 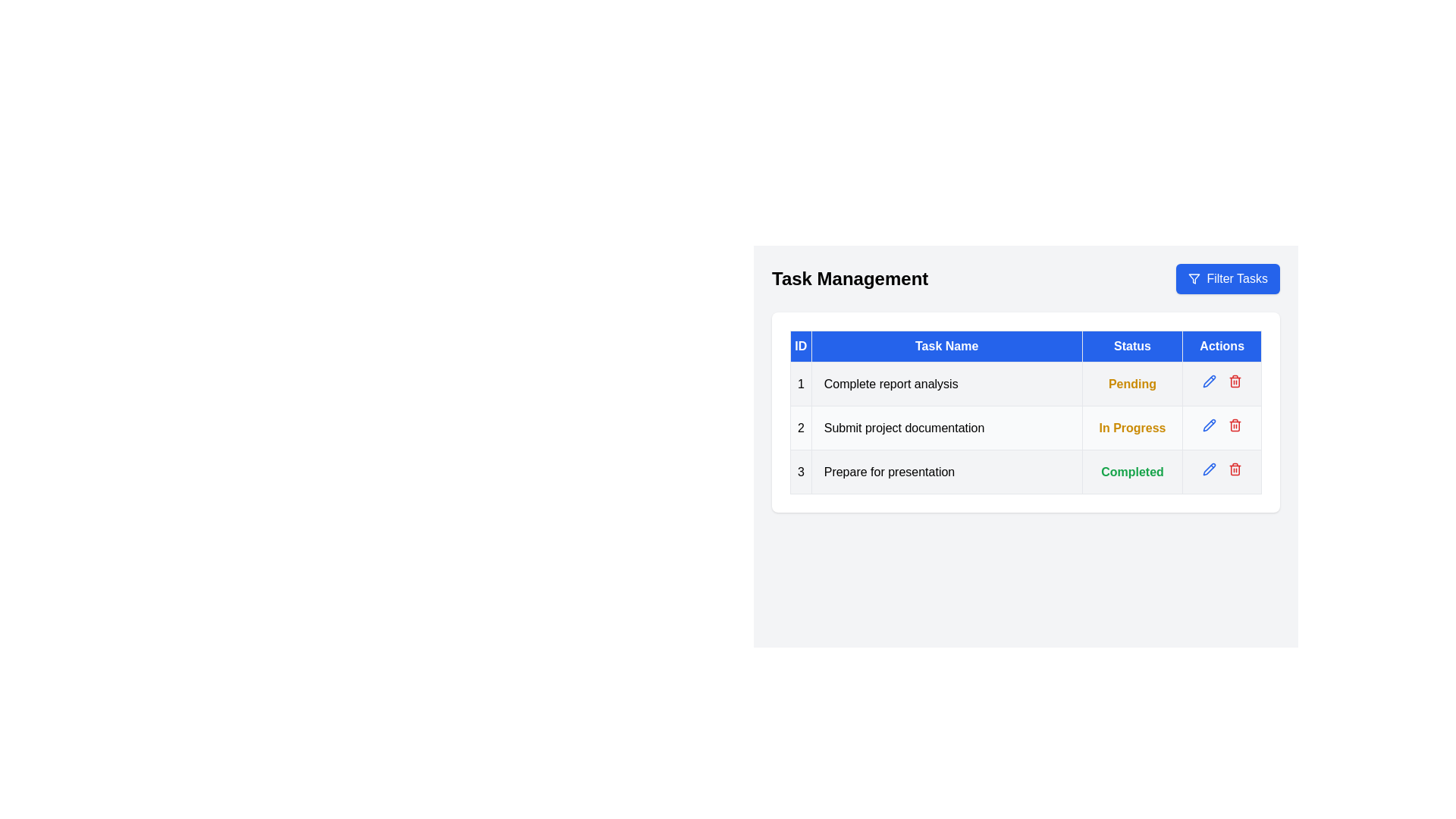 What do you see at coordinates (1235, 468) in the screenshot?
I see `trash can icon next to the task with ID 3` at bounding box center [1235, 468].